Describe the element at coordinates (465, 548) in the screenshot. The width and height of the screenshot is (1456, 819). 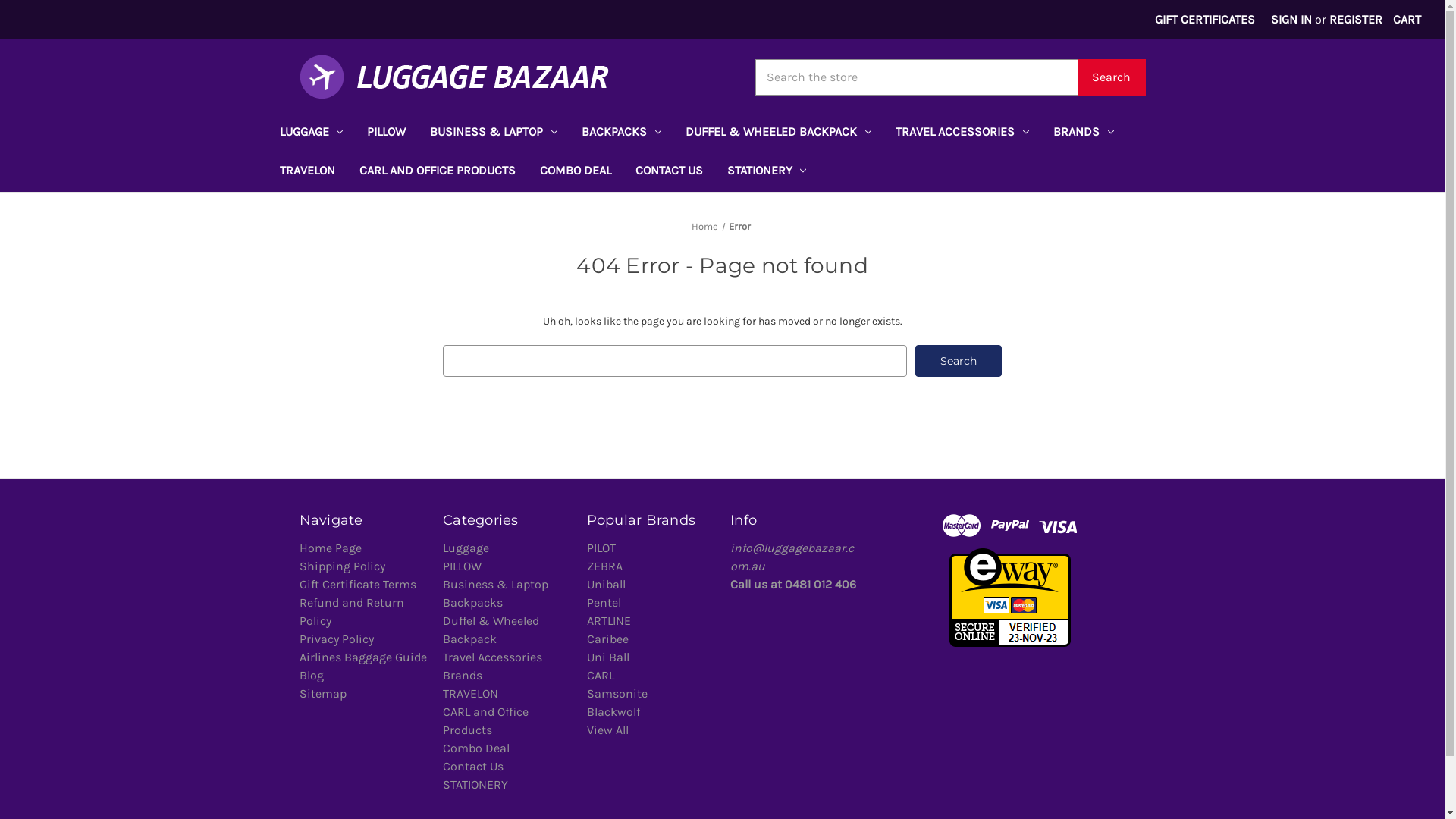
I see `'Luggage'` at that location.